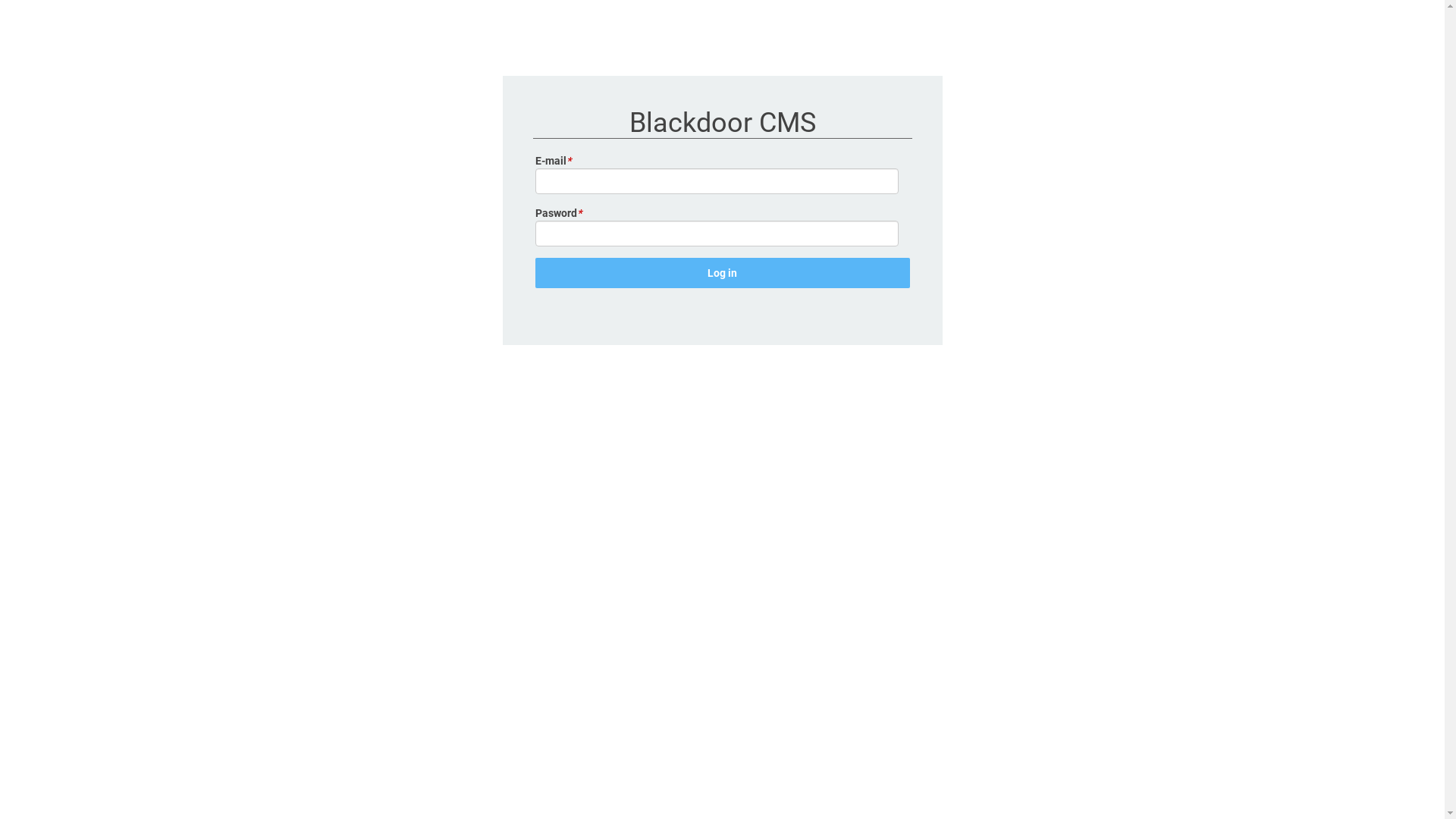  Describe the element at coordinates (722, 271) in the screenshot. I see `'Log in'` at that location.